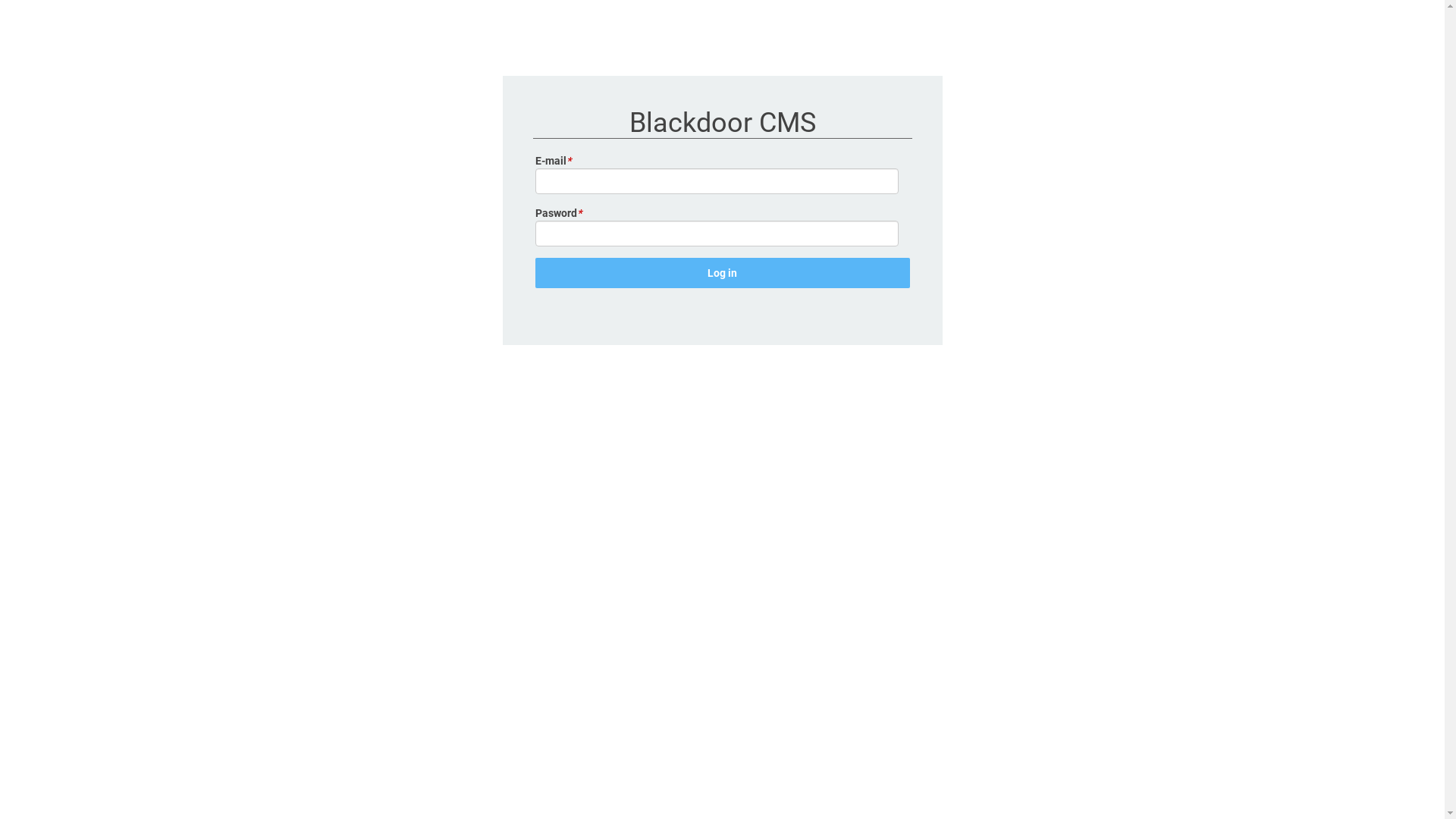  Describe the element at coordinates (722, 271) in the screenshot. I see `'Log in'` at that location.